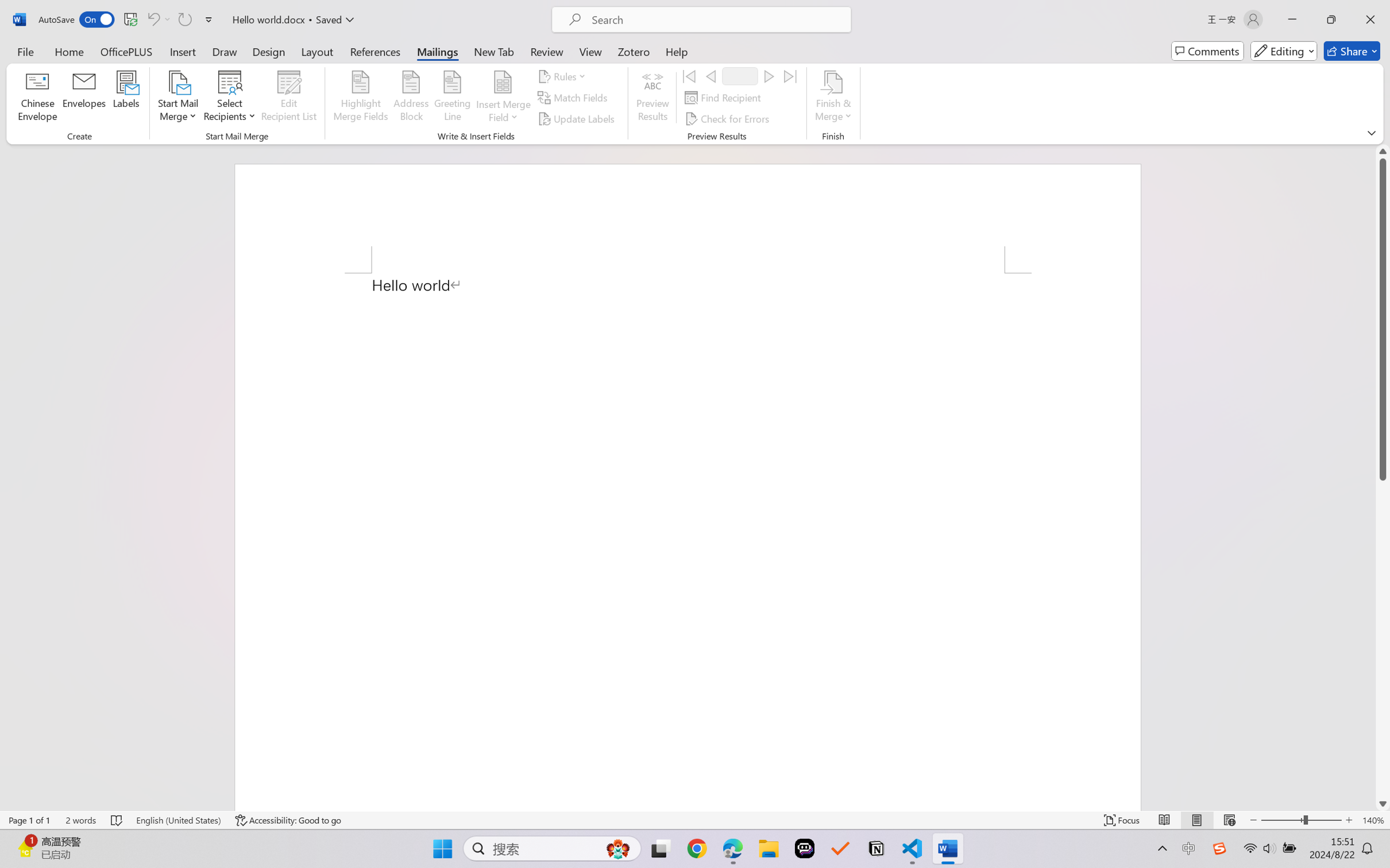 The height and width of the screenshot is (868, 1390). What do you see at coordinates (769, 75) in the screenshot?
I see `'Next'` at bounding box center [769, 75].